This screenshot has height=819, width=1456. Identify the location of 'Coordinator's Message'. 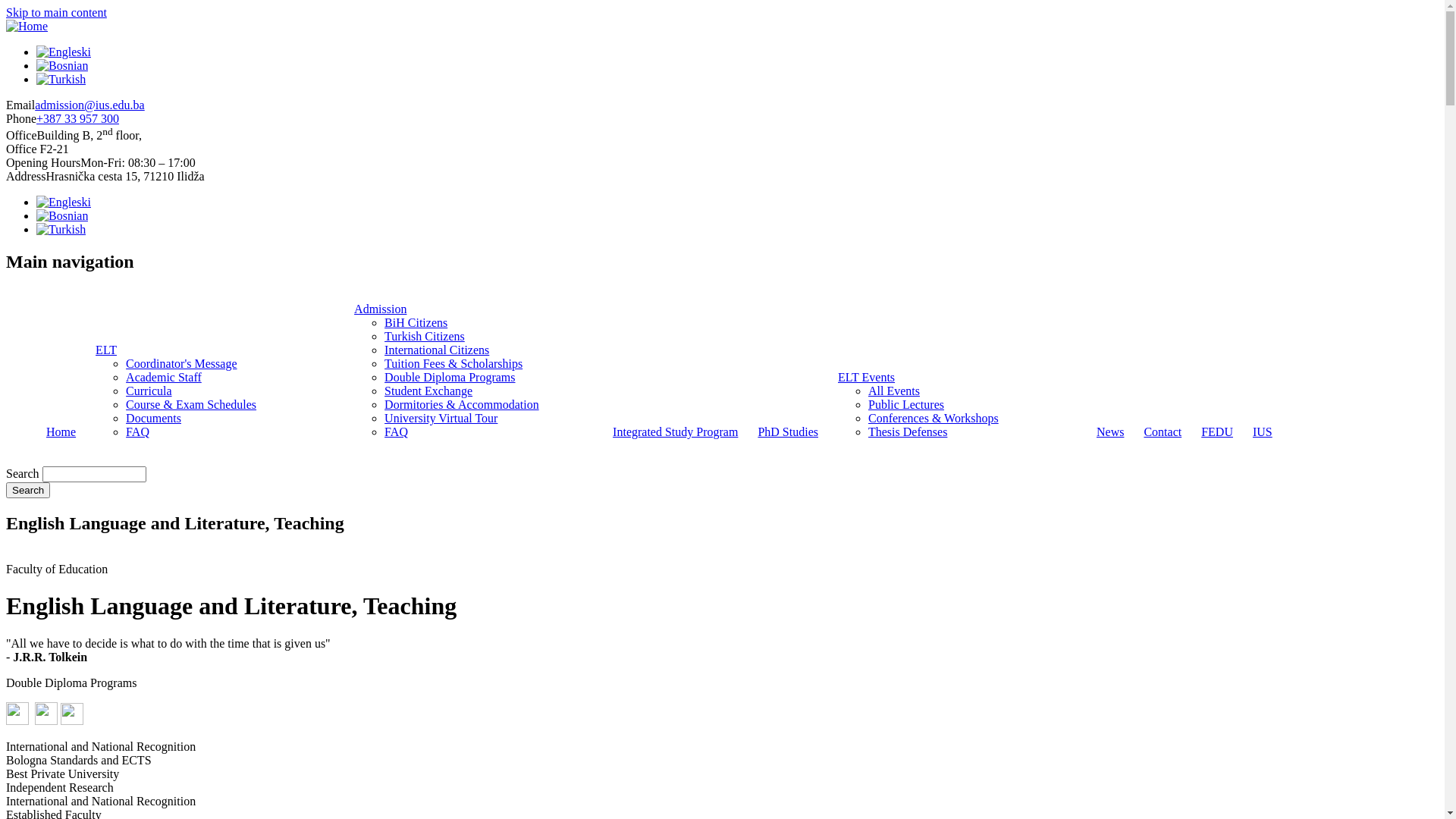
(181, 363).